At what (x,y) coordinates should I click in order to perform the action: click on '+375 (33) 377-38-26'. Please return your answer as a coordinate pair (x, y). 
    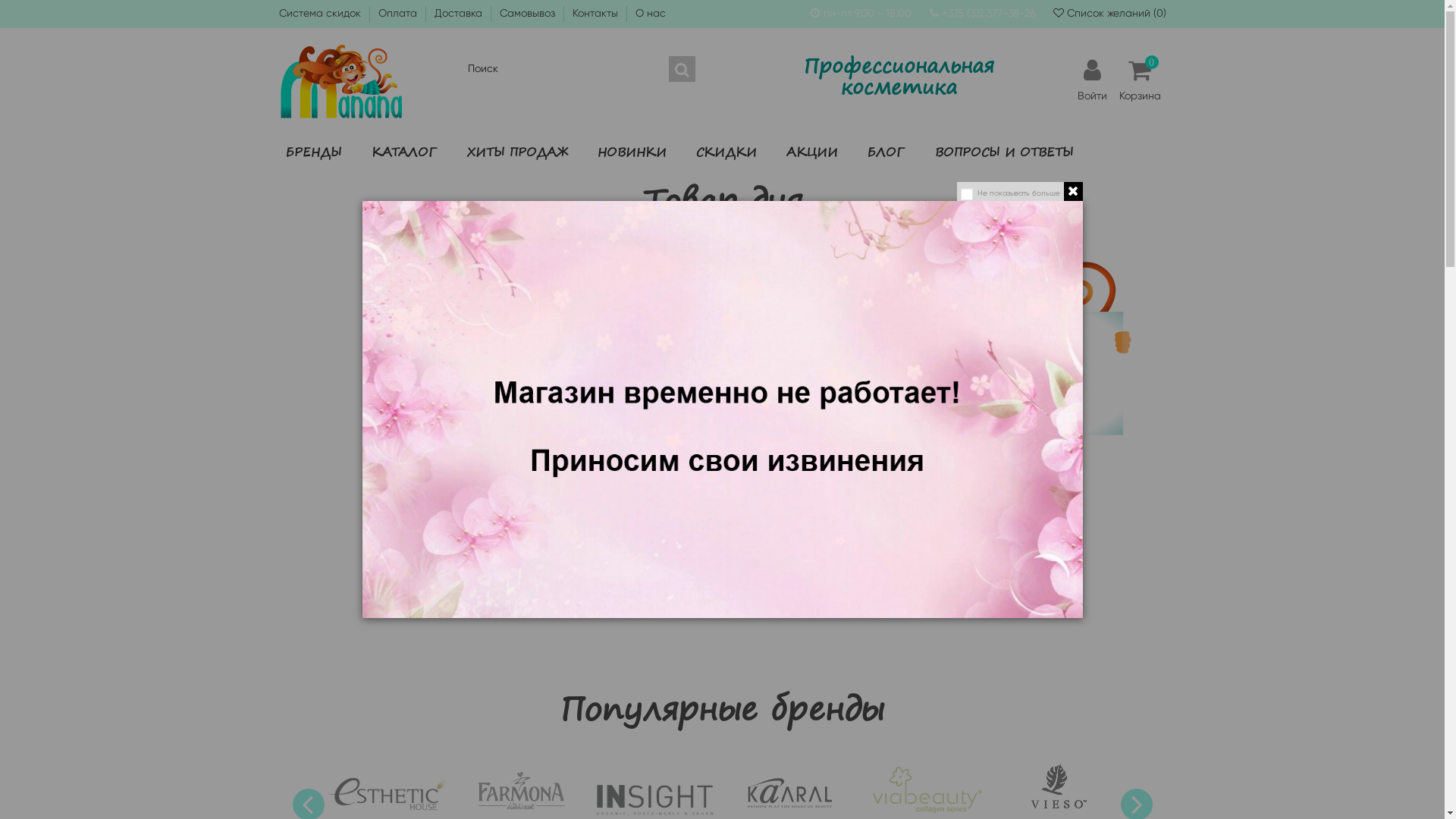
    Looking at the image, I should click on (988, 12).